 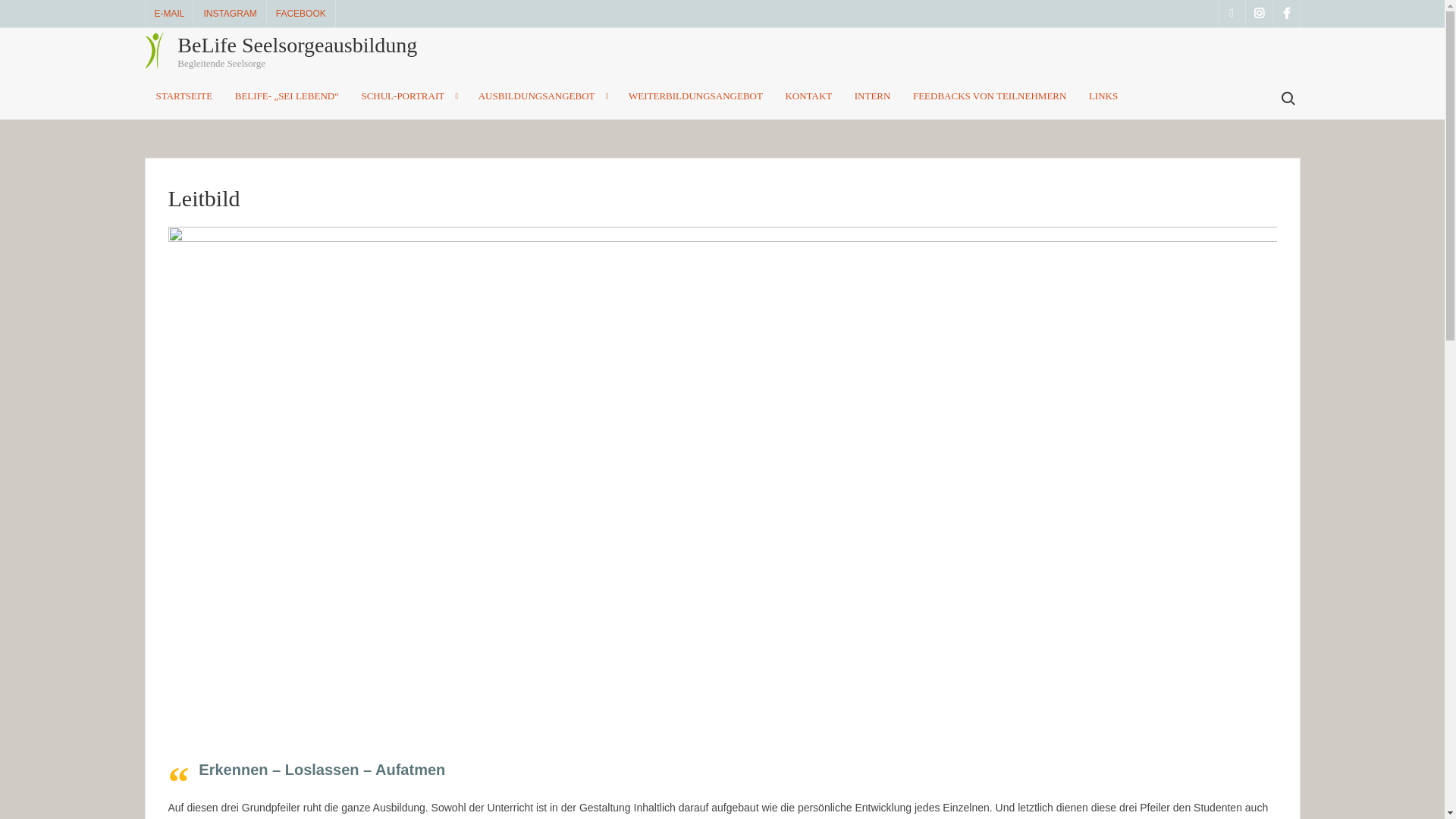 What do you see at coordinates (1103, 96) in the screenshot?
I see `'LINKS'` at bounding box center [1103, 96].